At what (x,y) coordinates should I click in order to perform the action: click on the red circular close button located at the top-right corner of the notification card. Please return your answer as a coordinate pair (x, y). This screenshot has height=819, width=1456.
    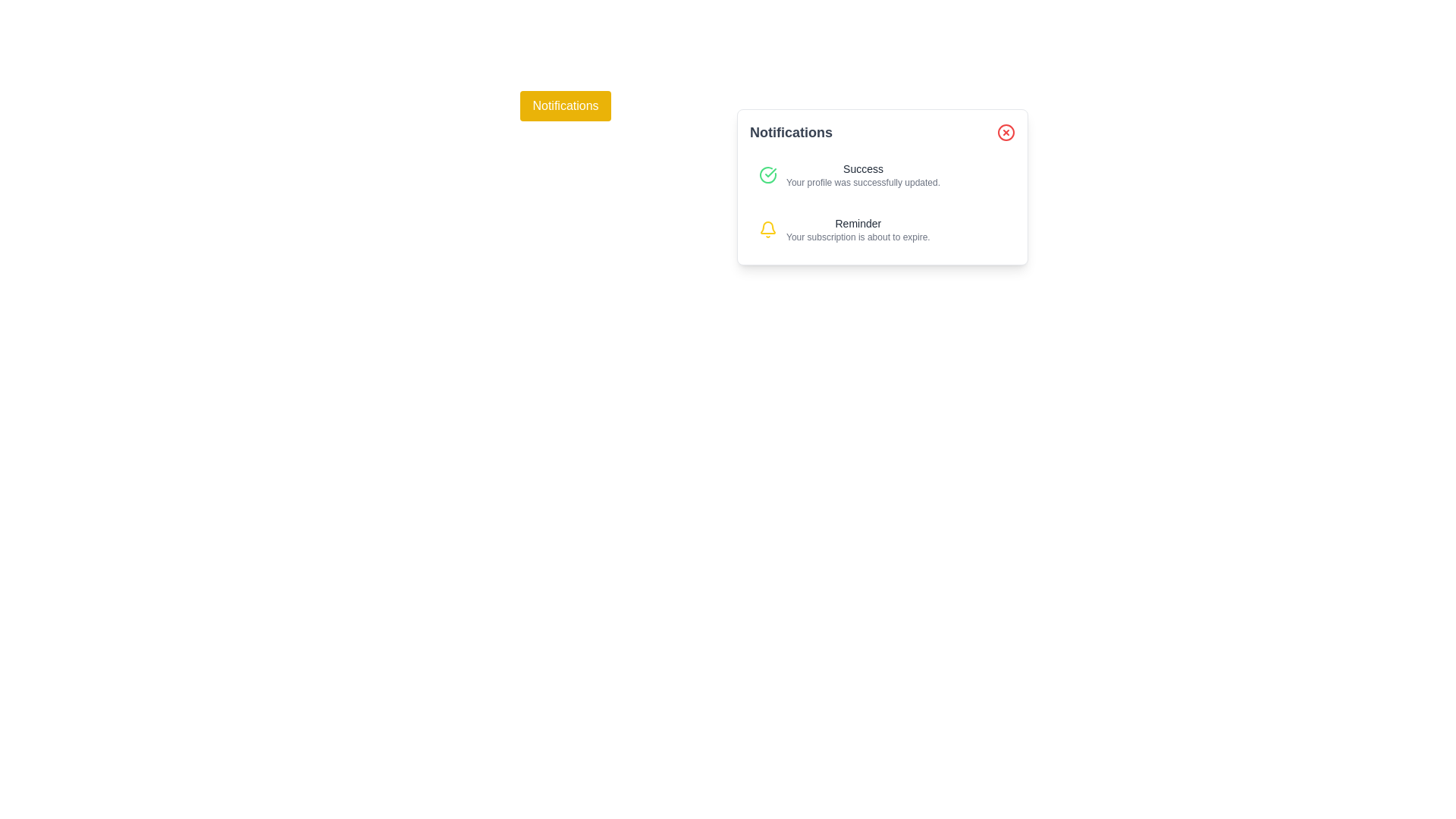
    Looking at the image, I should click on (1006, 131).